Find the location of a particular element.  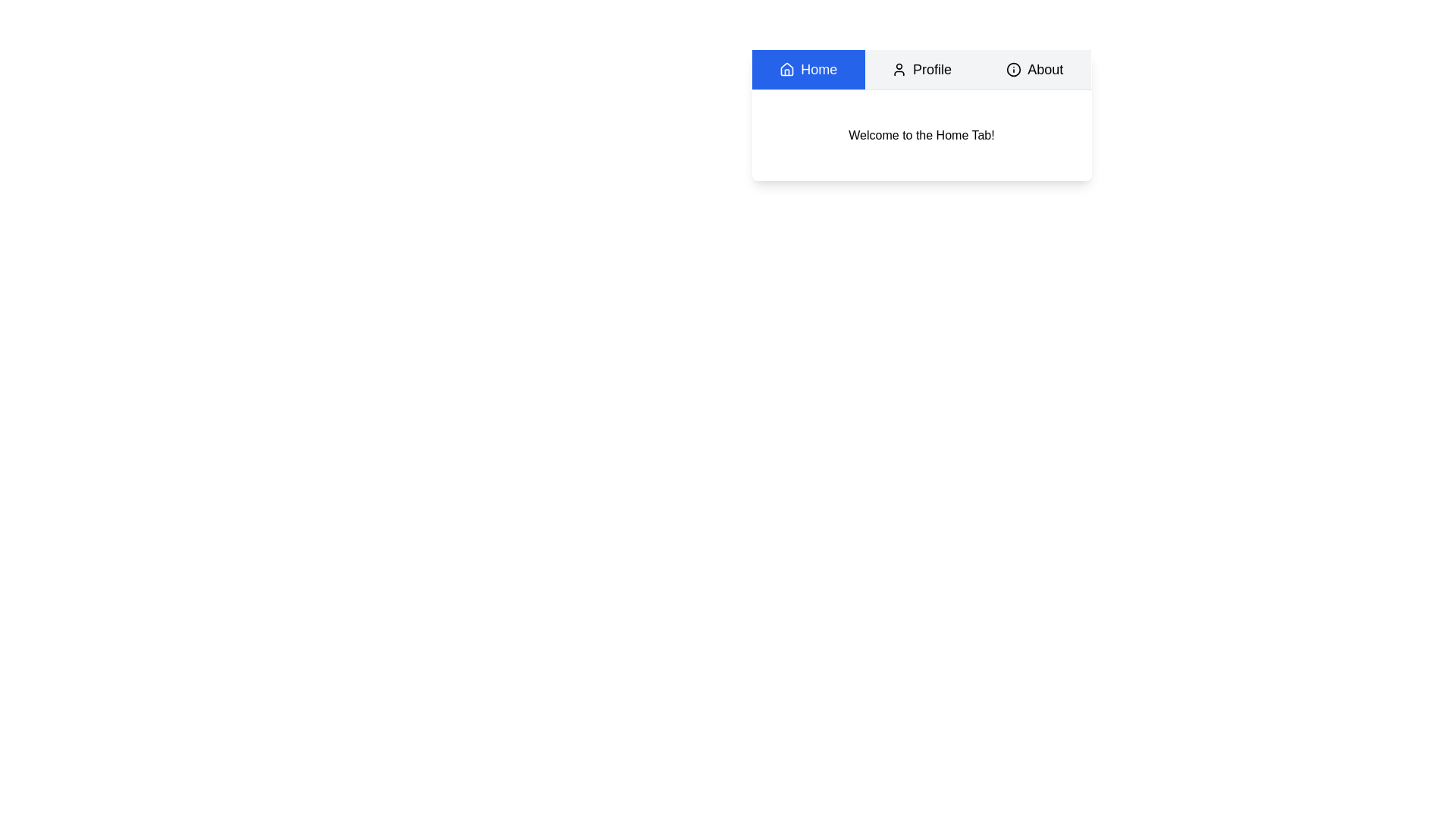

the Profile tab to view its content is located at coordinates (921, 70).